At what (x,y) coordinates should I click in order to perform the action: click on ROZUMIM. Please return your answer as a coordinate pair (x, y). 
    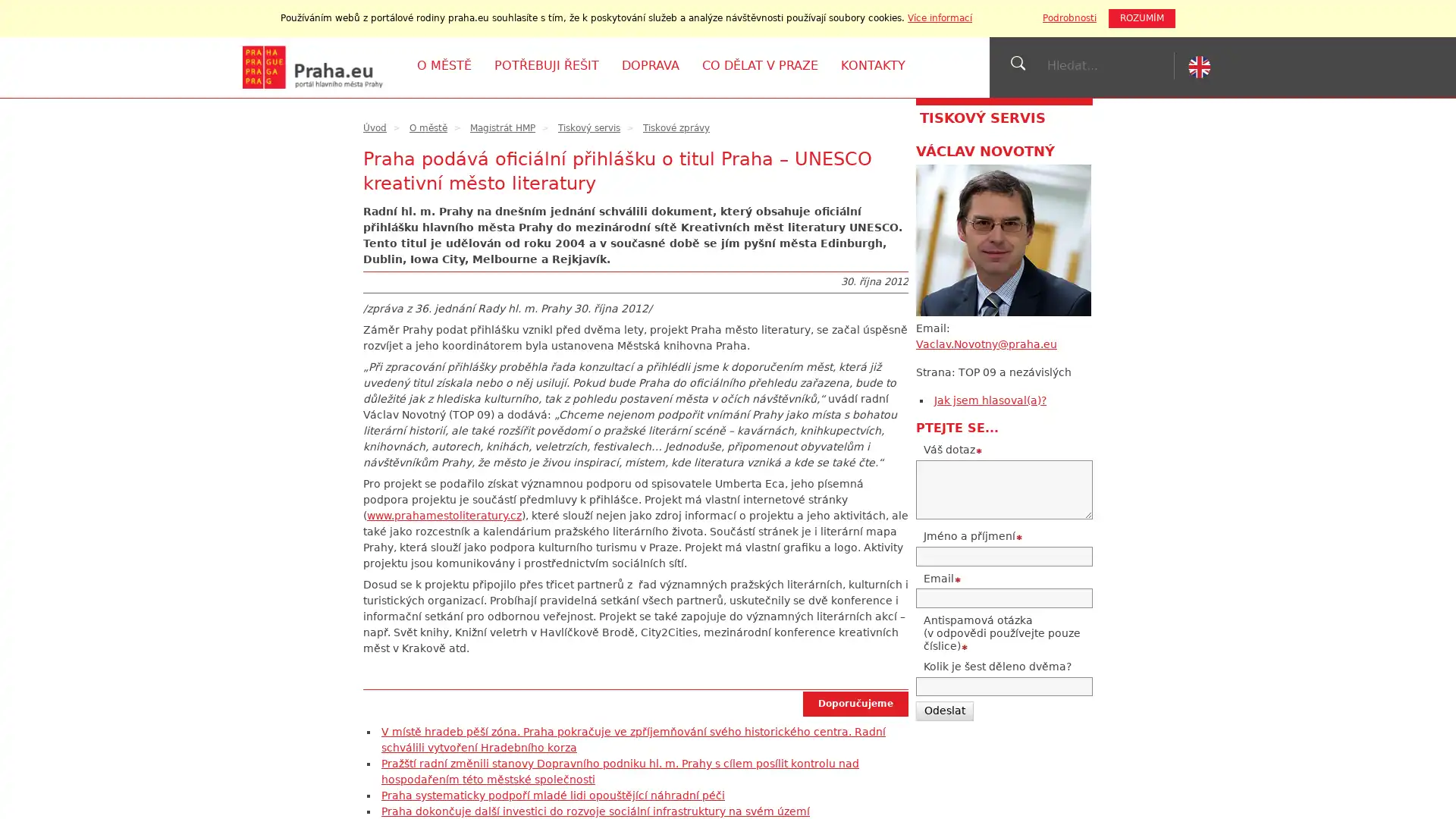
    Looking at the image, I should click on (1142, 18).